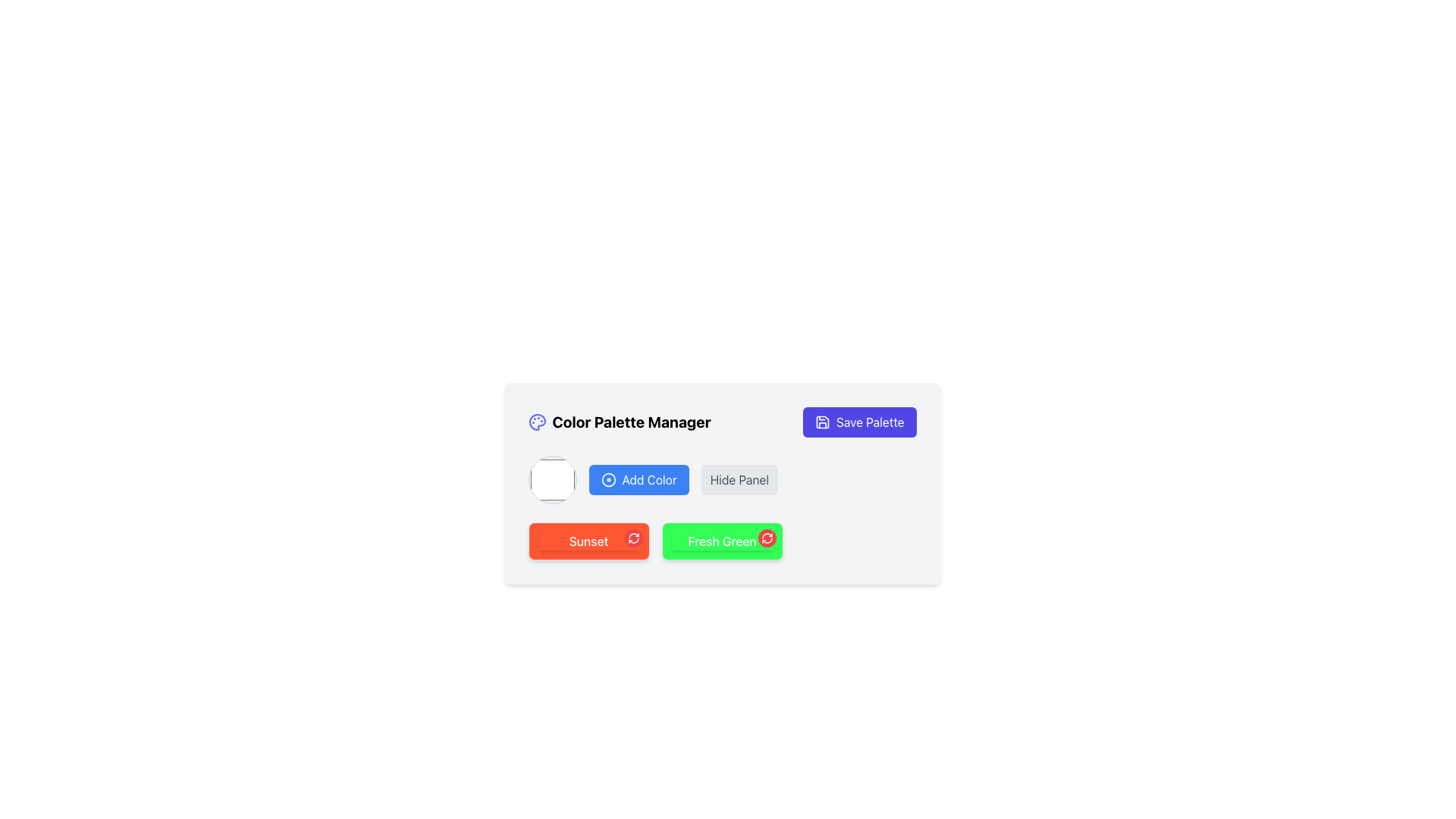 This screenshot has width=1456, height=819. What do you see at coordinates (537, 422) in the screenshot?
I see `the indigo circular palette icon located to the left of the 'Color Palette Manager' label in the Color Palette Manager section` at bounding box center [537, 422].